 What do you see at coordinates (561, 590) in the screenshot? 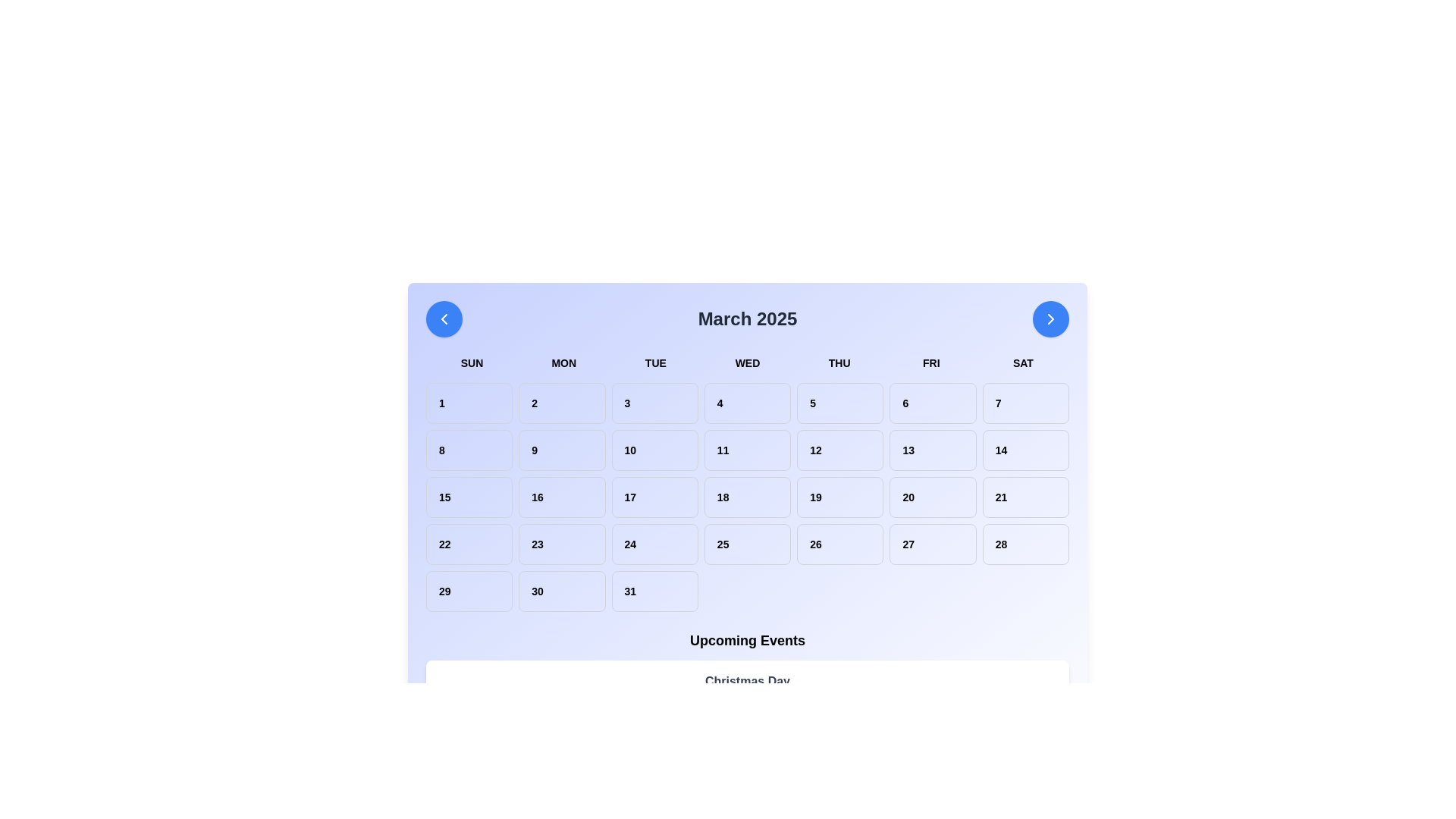
I see `the date '30' displayed on the calendar, located at the bottom row of the calendar grid for March 2025, to read the date` at bounding box center [561, 590].